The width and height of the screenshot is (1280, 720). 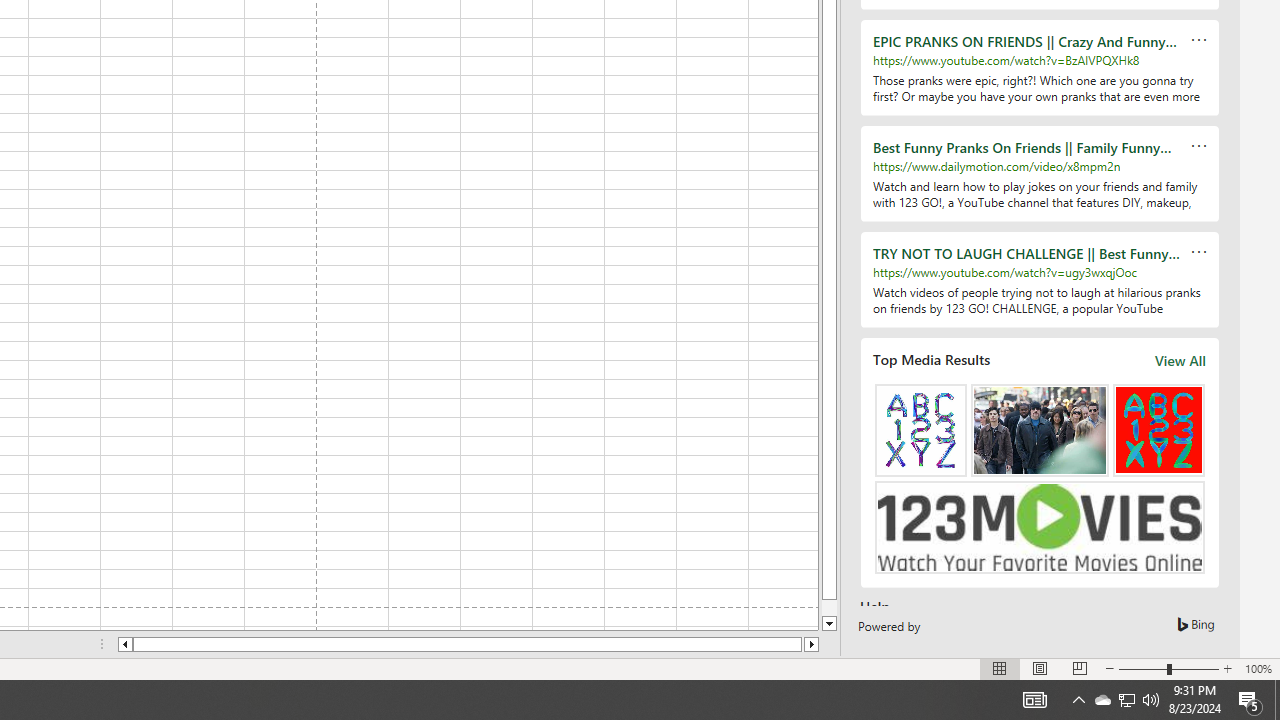 I want to click on 'AutomationID: 4105', so click(x=1034, y=698).